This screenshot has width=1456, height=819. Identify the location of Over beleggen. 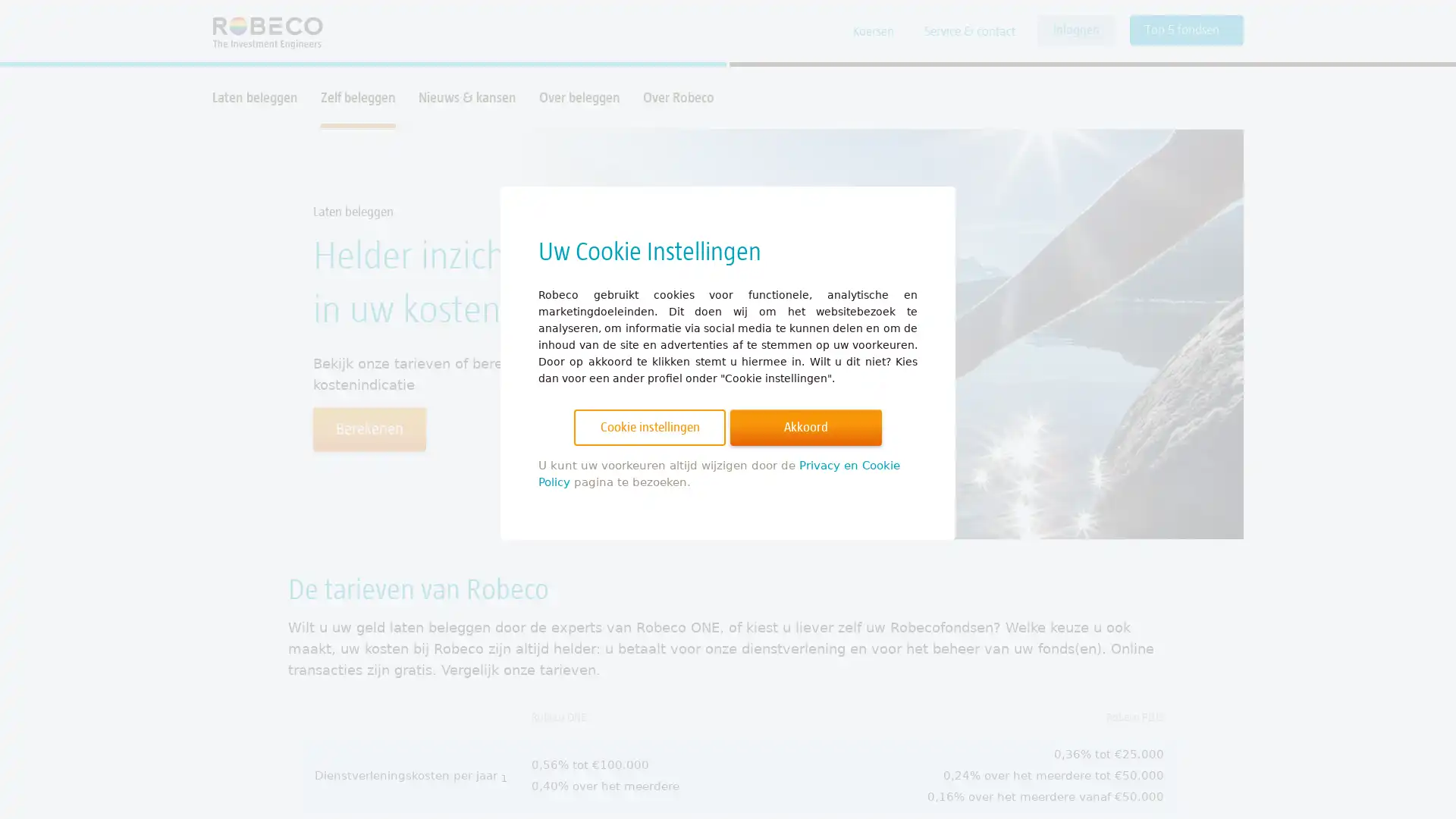
(579, 97).